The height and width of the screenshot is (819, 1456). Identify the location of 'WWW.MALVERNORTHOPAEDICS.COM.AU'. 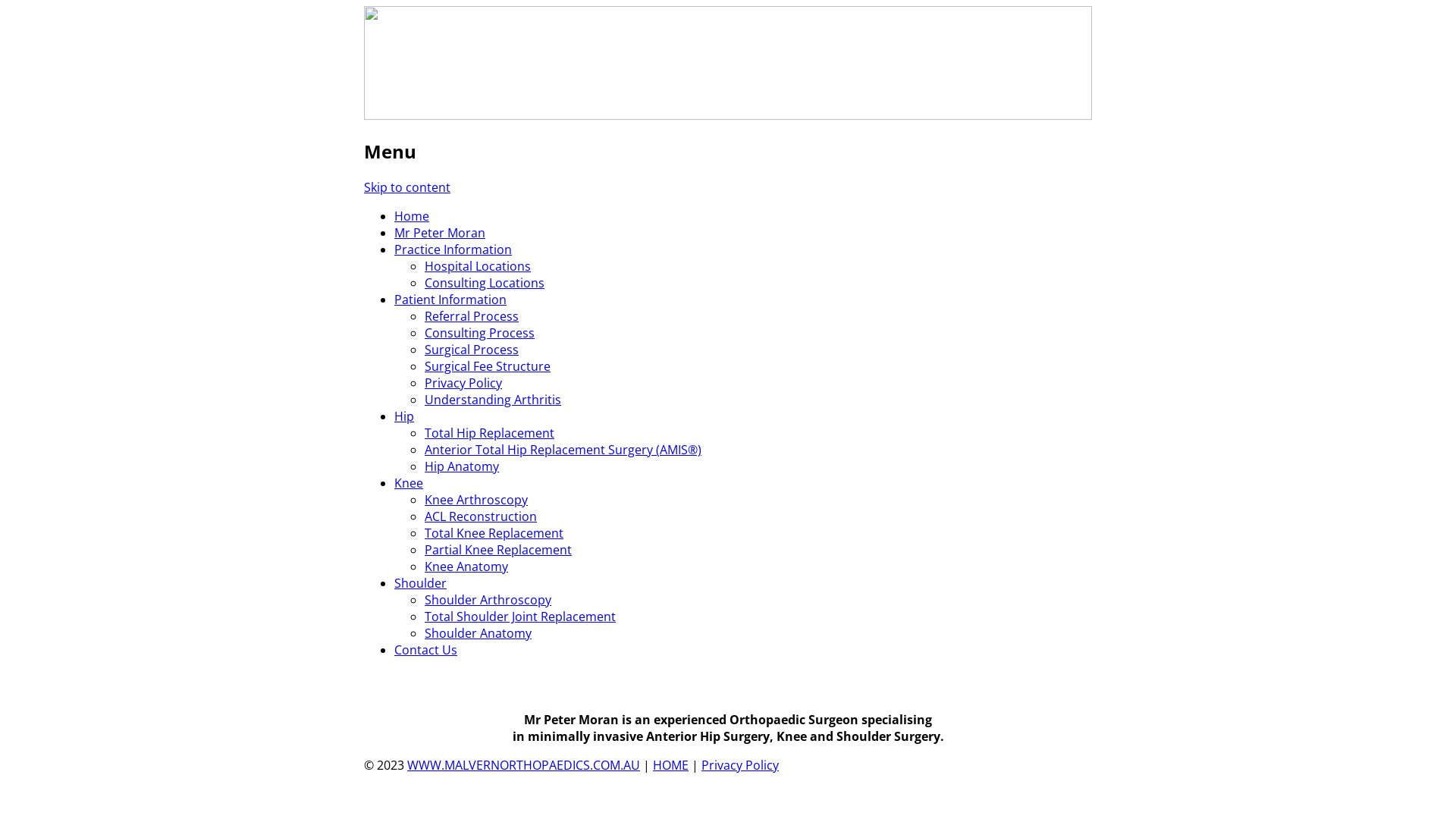
(523, 765).